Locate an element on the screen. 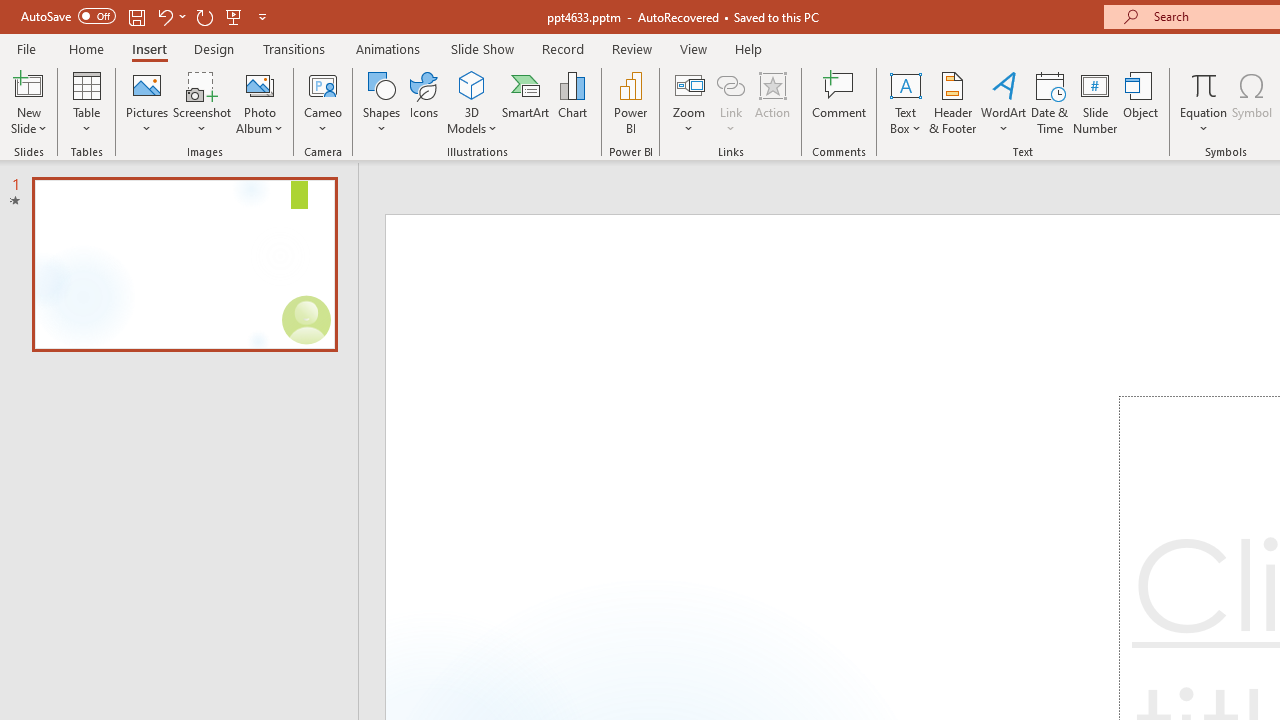  'New Photo Album...' is located at coordinates (258, 84).